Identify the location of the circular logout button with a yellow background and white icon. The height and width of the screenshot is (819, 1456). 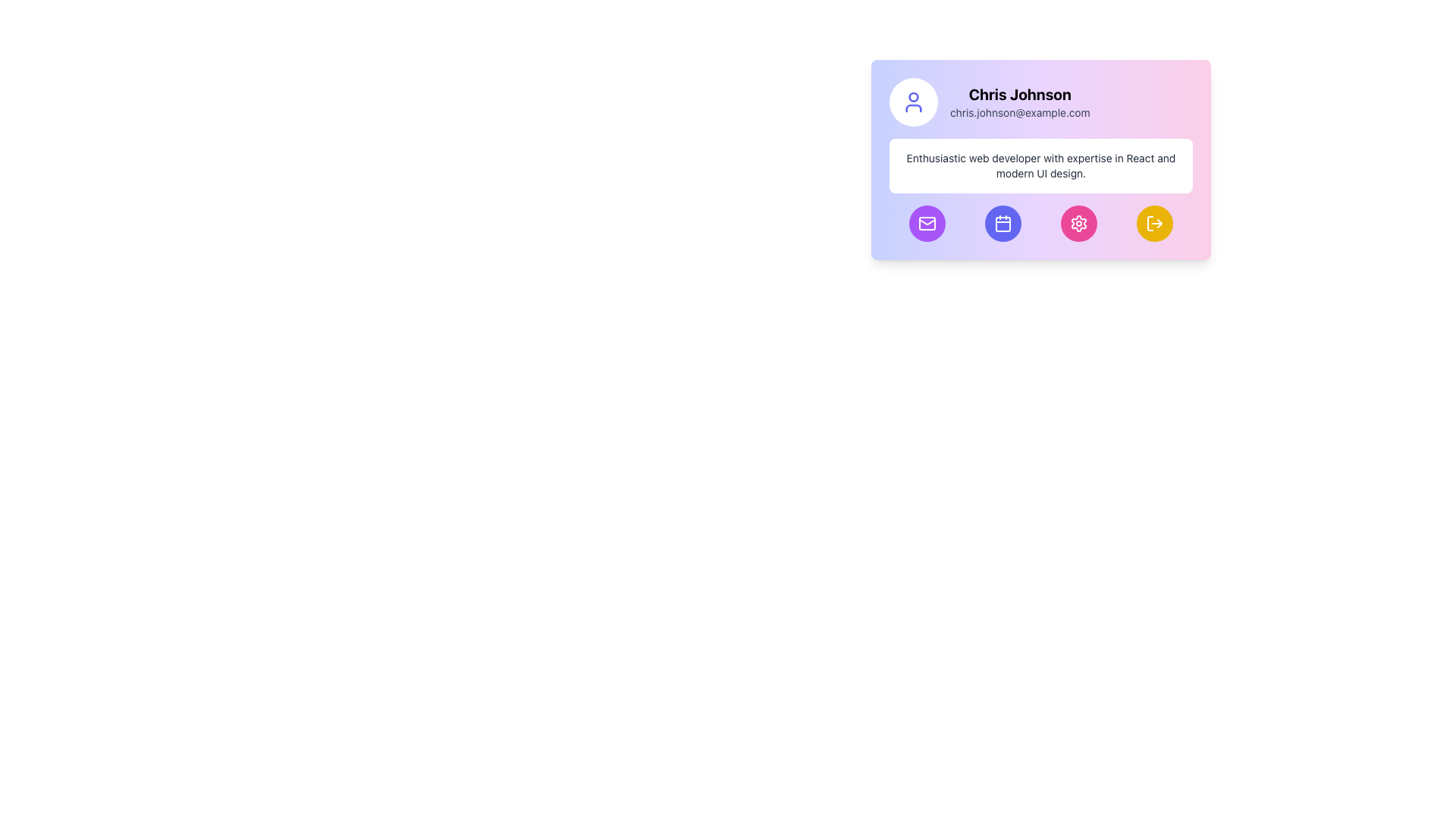
(1153, 223).